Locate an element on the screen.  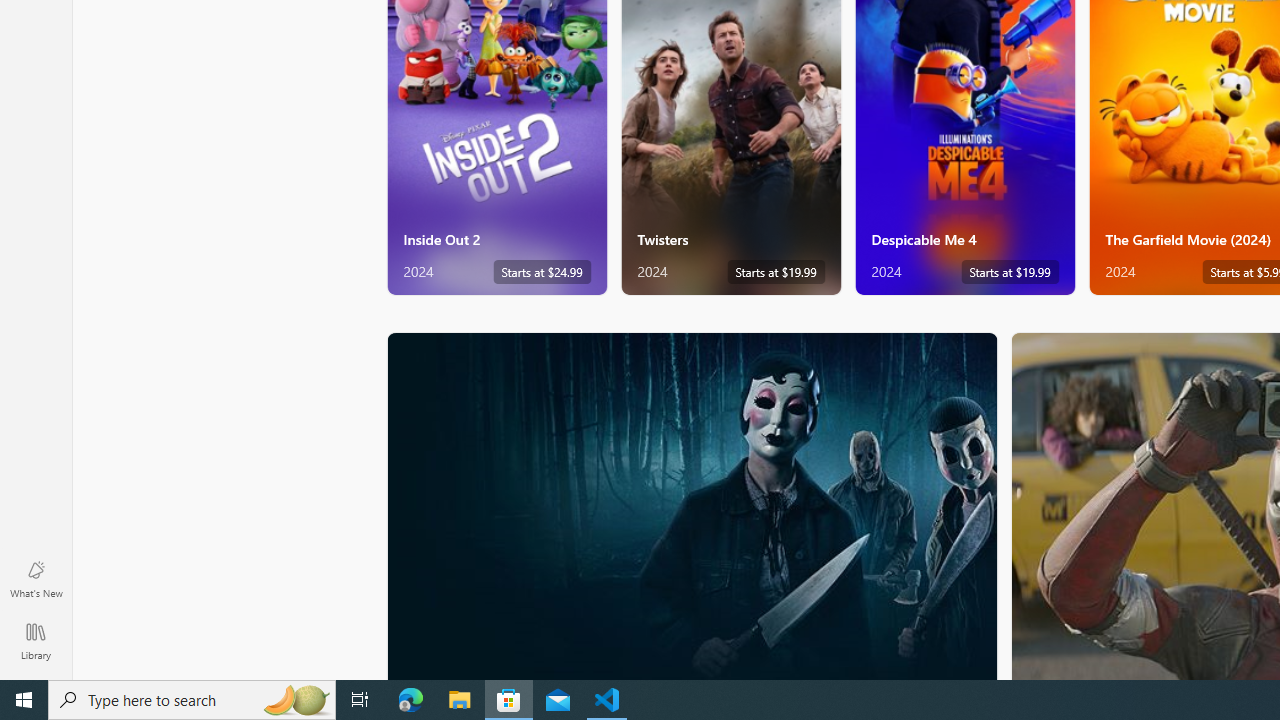
'AutomationID: PosterImage' is located at coordinates (691, 505).